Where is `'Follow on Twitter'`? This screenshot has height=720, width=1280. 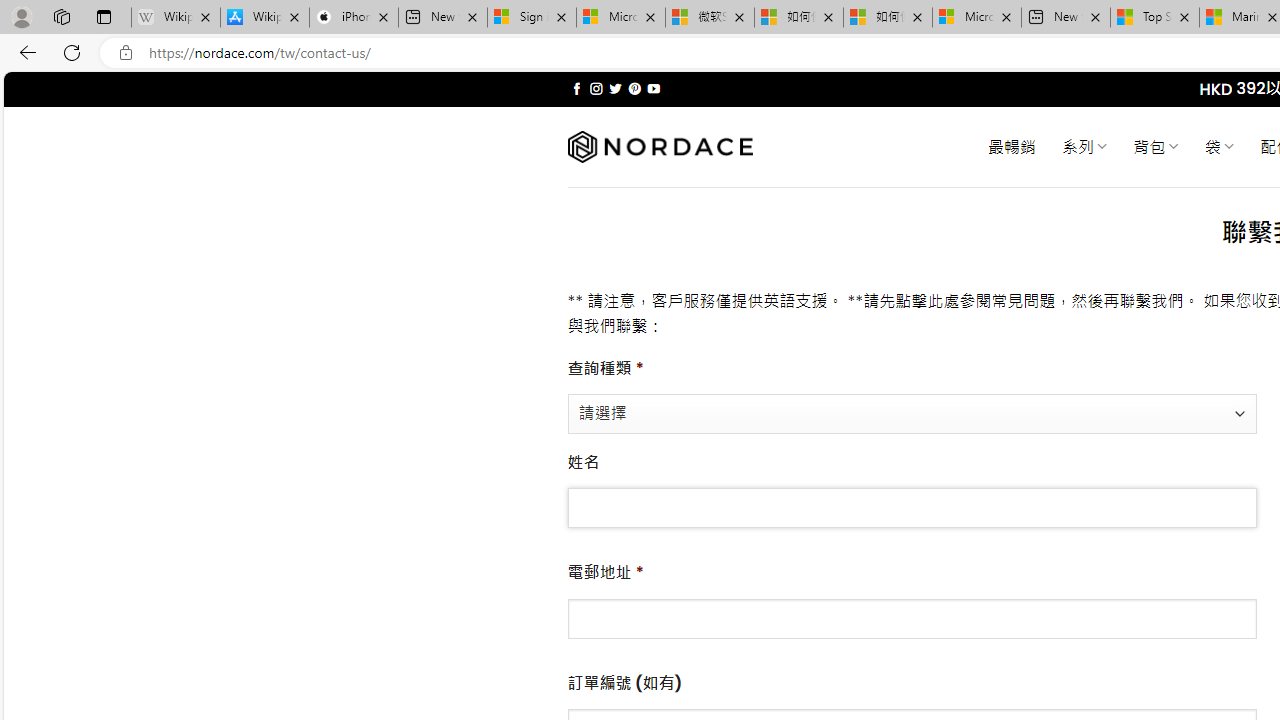
'Follow on Twitter' is located at coordinates (614, 88).